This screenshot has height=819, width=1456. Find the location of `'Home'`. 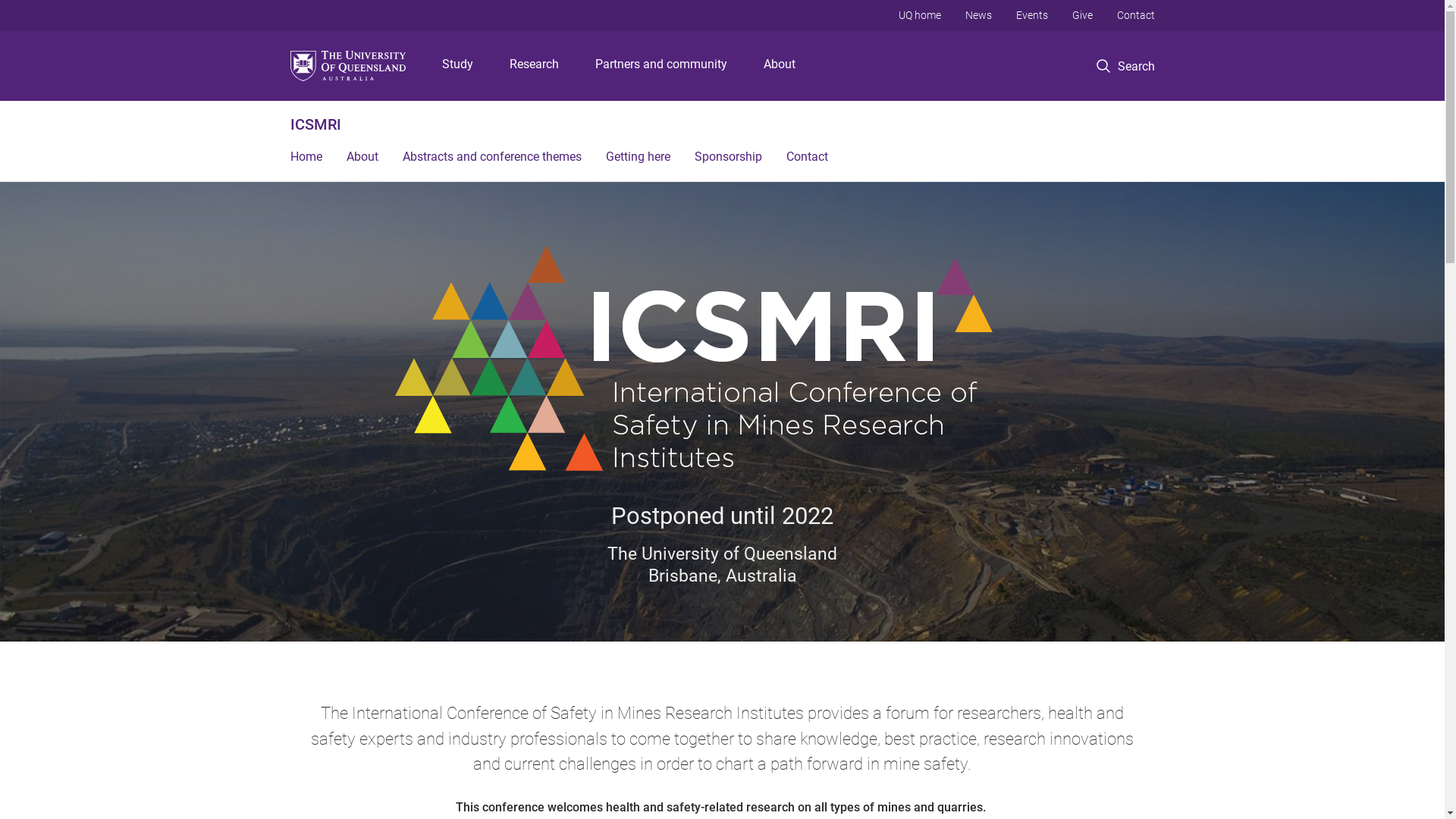

'Home' is located at coordinates (305, 158).